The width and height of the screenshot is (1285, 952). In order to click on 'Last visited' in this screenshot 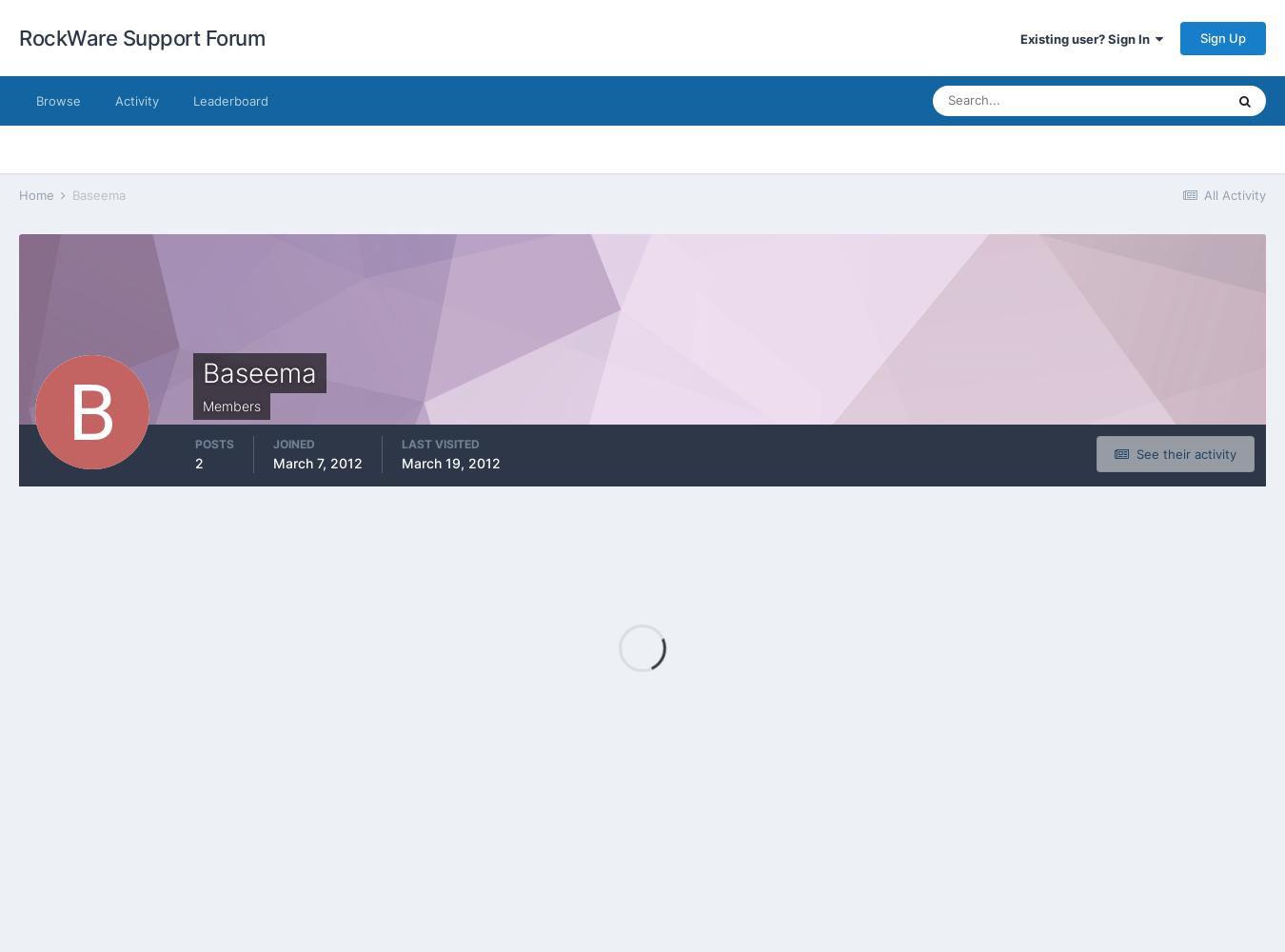, I will do `click(402, 442)`.